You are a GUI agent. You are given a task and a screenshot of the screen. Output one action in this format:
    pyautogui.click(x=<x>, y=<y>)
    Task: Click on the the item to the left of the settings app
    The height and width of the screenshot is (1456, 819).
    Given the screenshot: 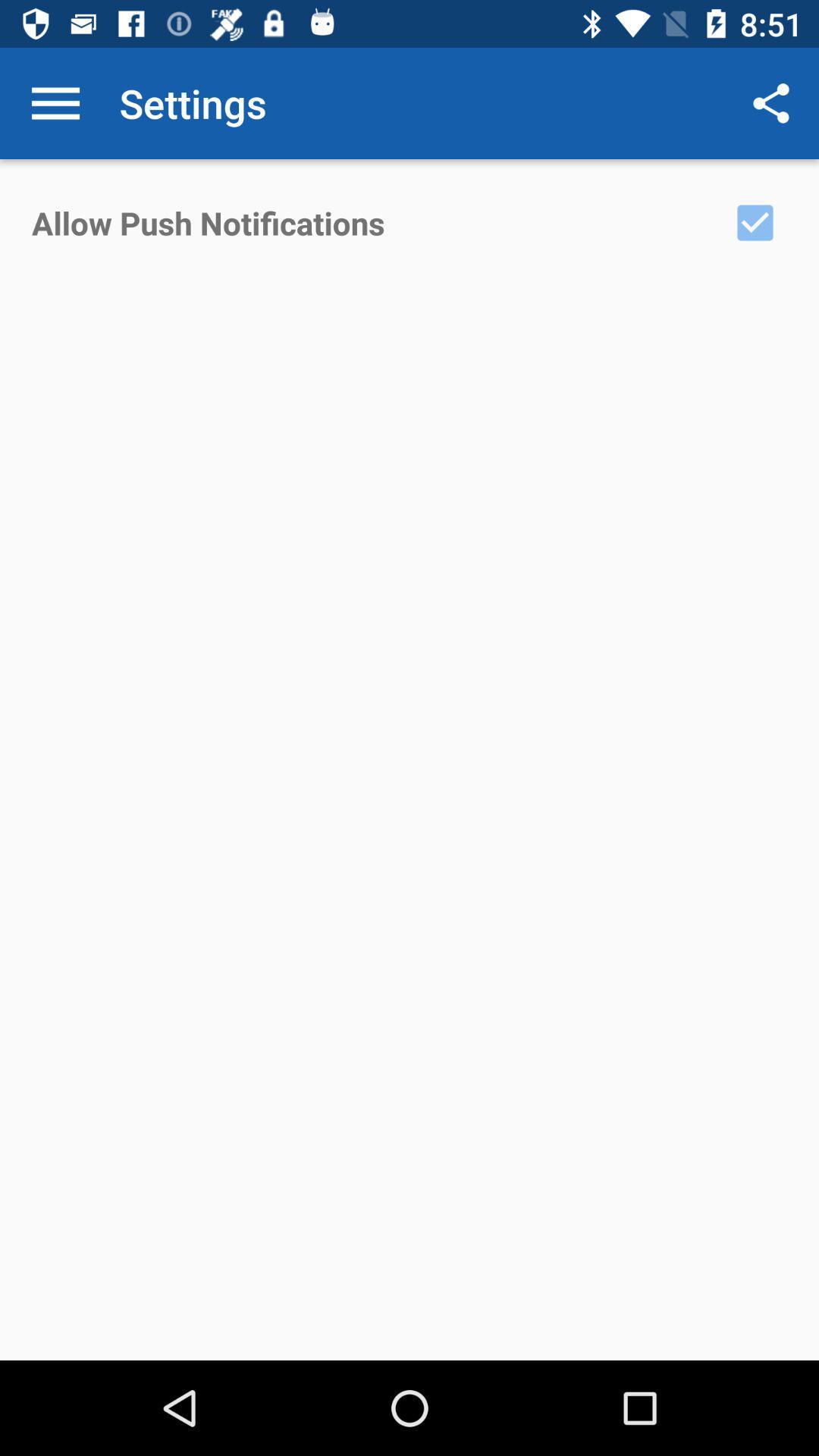 What is the action you would take?
    pyautogui.click(x=55, y=102)
    